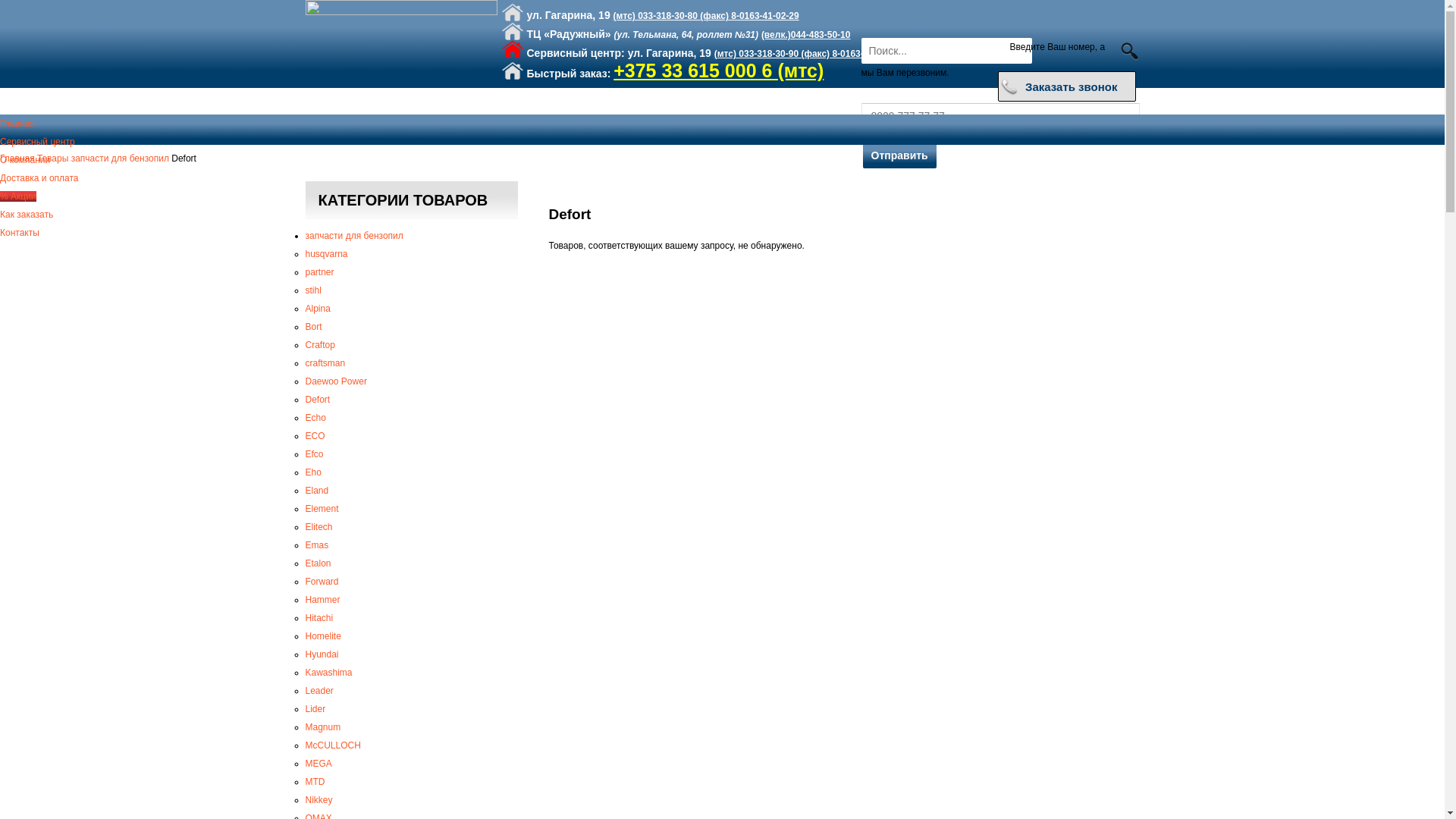  I want to click on 'Daewoo Power', so click(334, 380).